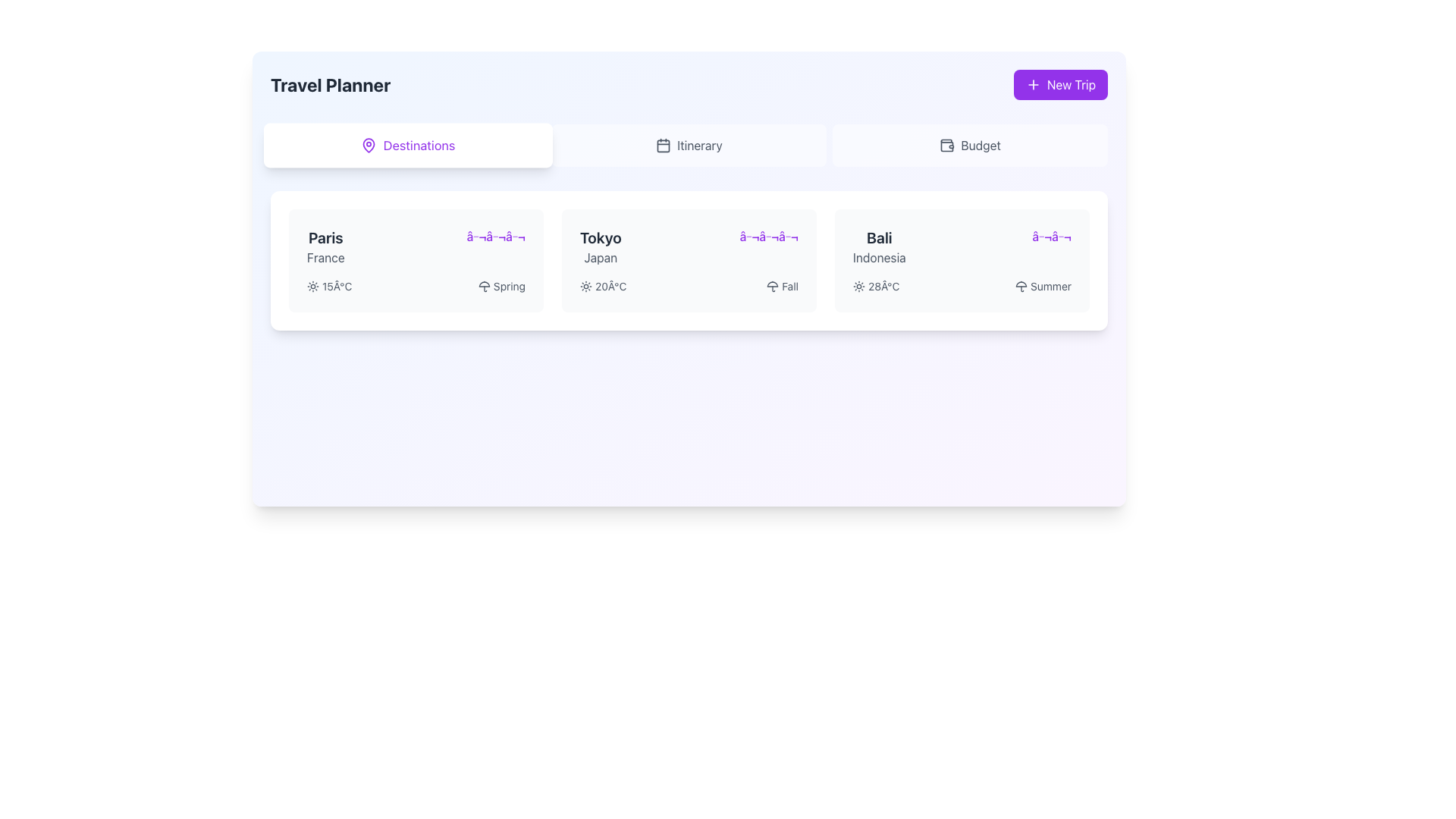  Describe the element at coordinates (1051, 237) in the screenshot. I see `the text element styled in purple with euro currency symbols (€€) located on the right side of the 'Bali Indonesia' card` at that location.